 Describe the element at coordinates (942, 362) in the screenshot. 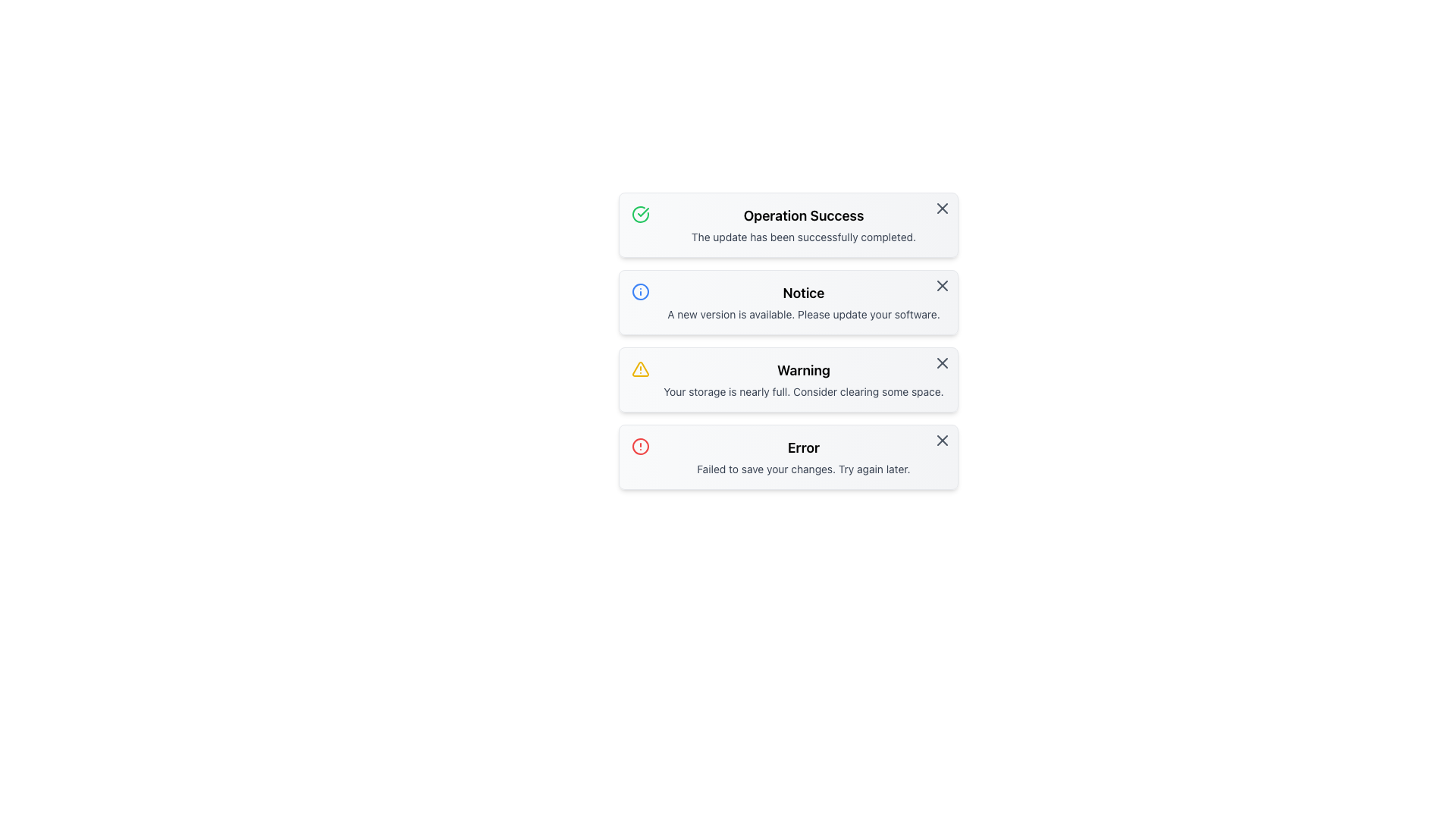

I see `the diagonal line of the cross icon, which serves as the close button for the 'Warning' notification` at that location.